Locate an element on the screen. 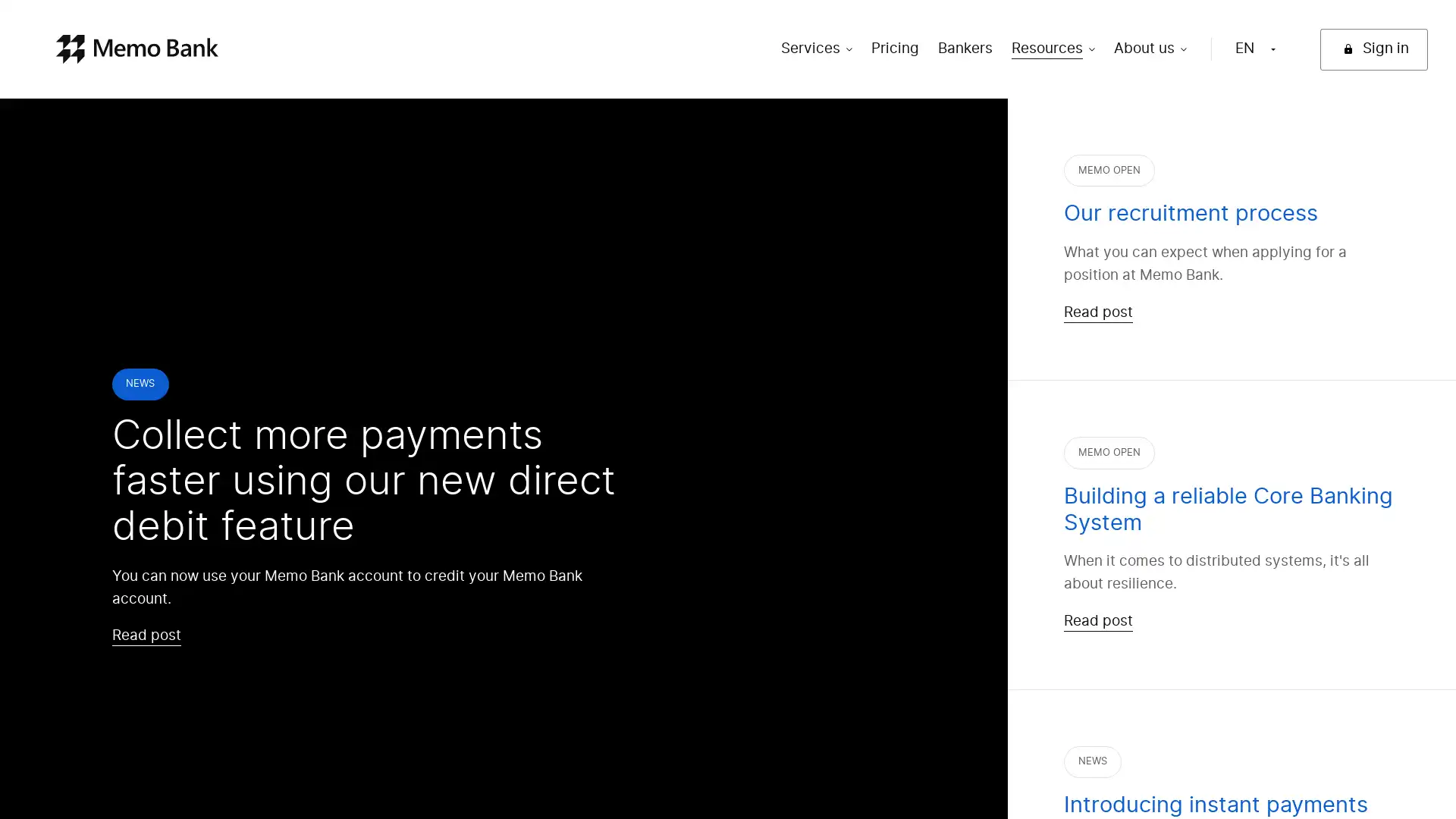 This screenshot has height=819, width=1456. OK! is located at coordinates (254, 742).